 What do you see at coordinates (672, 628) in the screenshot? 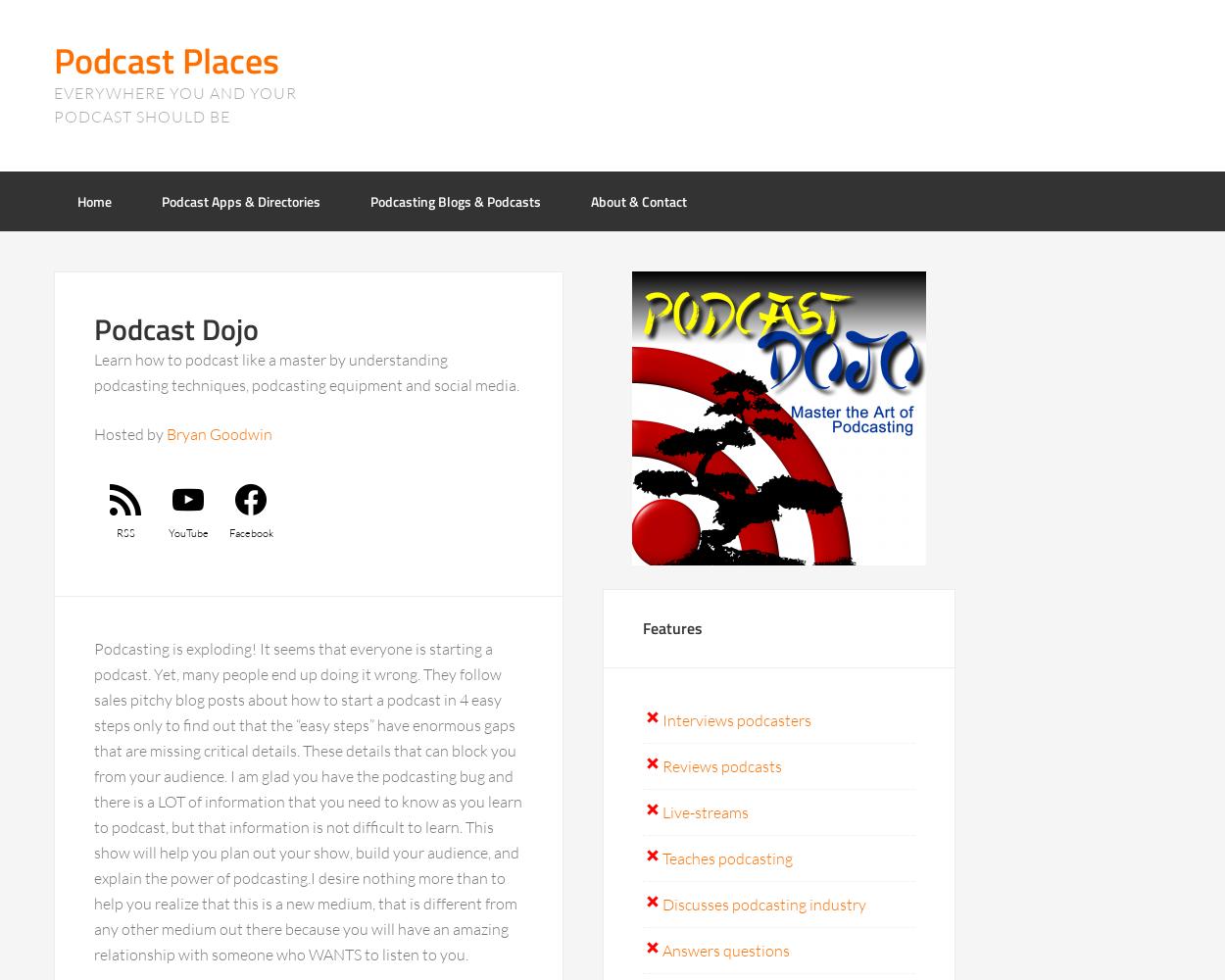
I see `'Features'` at bounding box center [672, 628].